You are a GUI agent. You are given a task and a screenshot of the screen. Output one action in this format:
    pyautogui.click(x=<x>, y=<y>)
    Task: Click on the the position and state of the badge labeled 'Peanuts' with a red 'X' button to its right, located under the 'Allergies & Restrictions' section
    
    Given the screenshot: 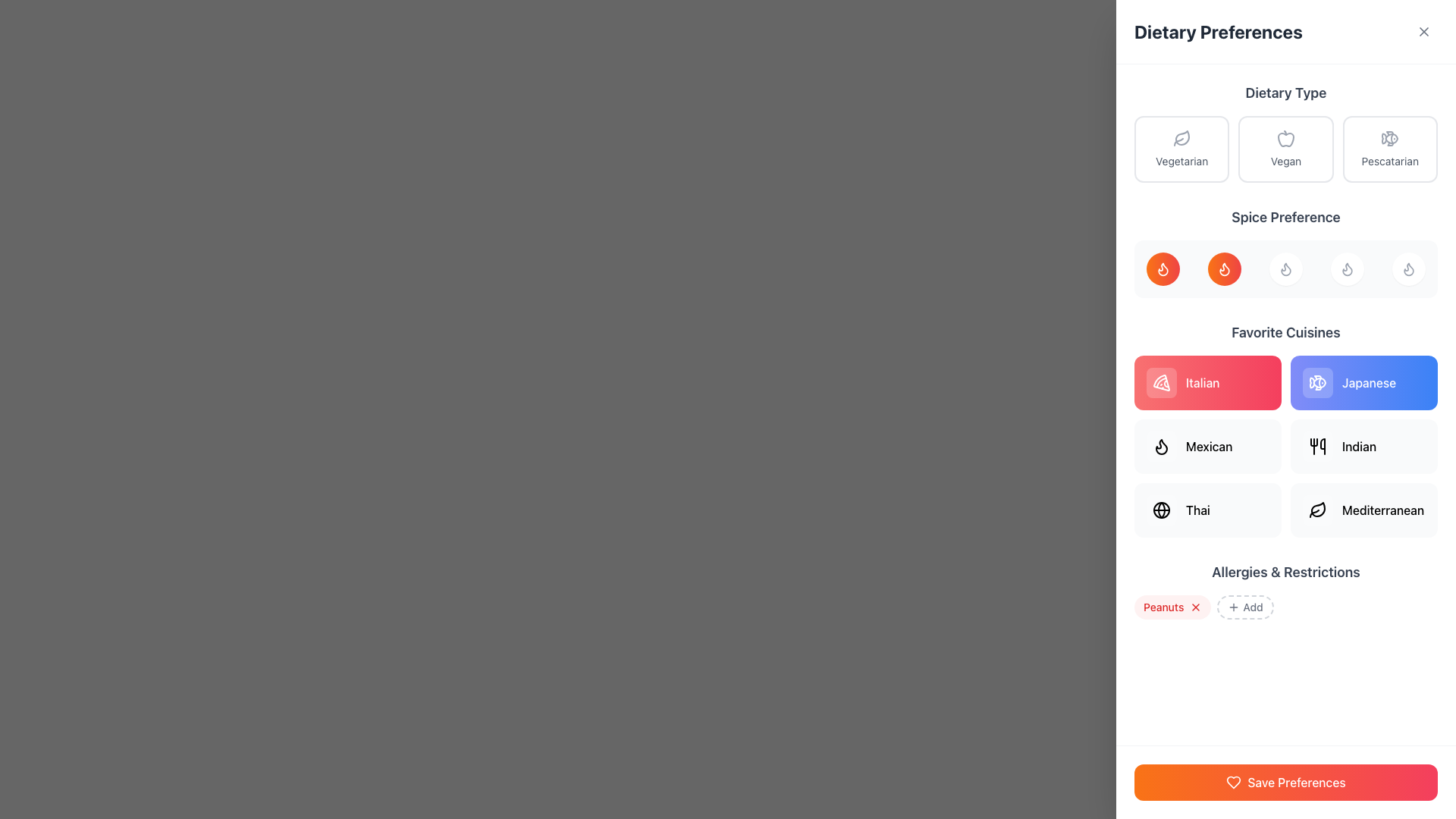 What is the action you would take?
    pyautogui.click(x=1172, y=607)
    